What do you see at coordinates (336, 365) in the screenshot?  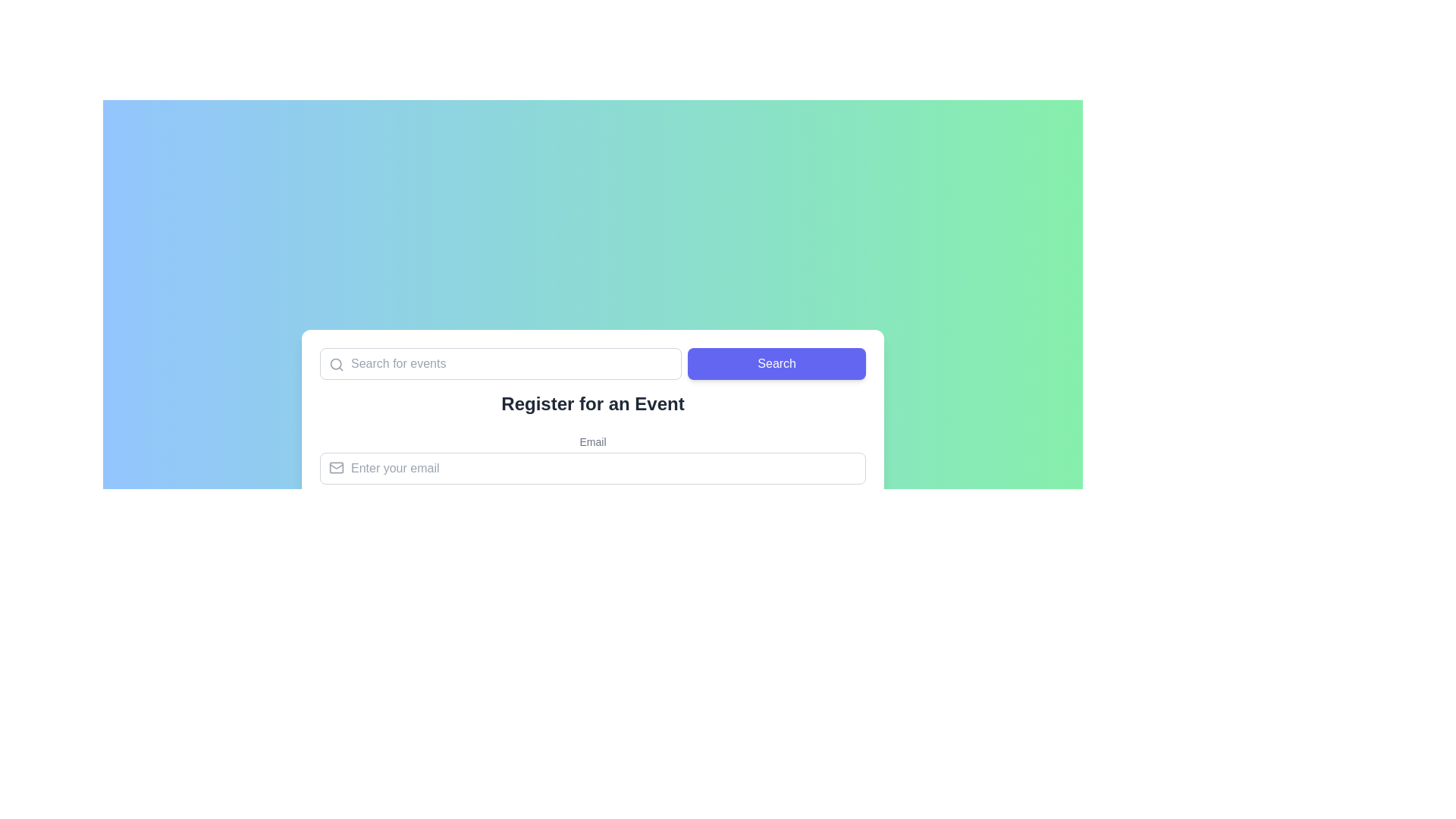 I see `the magnifying glass icon located inside the search input field, which overlaps with the placeholder text 'Search for events.'` at bounding box center [336, 365].